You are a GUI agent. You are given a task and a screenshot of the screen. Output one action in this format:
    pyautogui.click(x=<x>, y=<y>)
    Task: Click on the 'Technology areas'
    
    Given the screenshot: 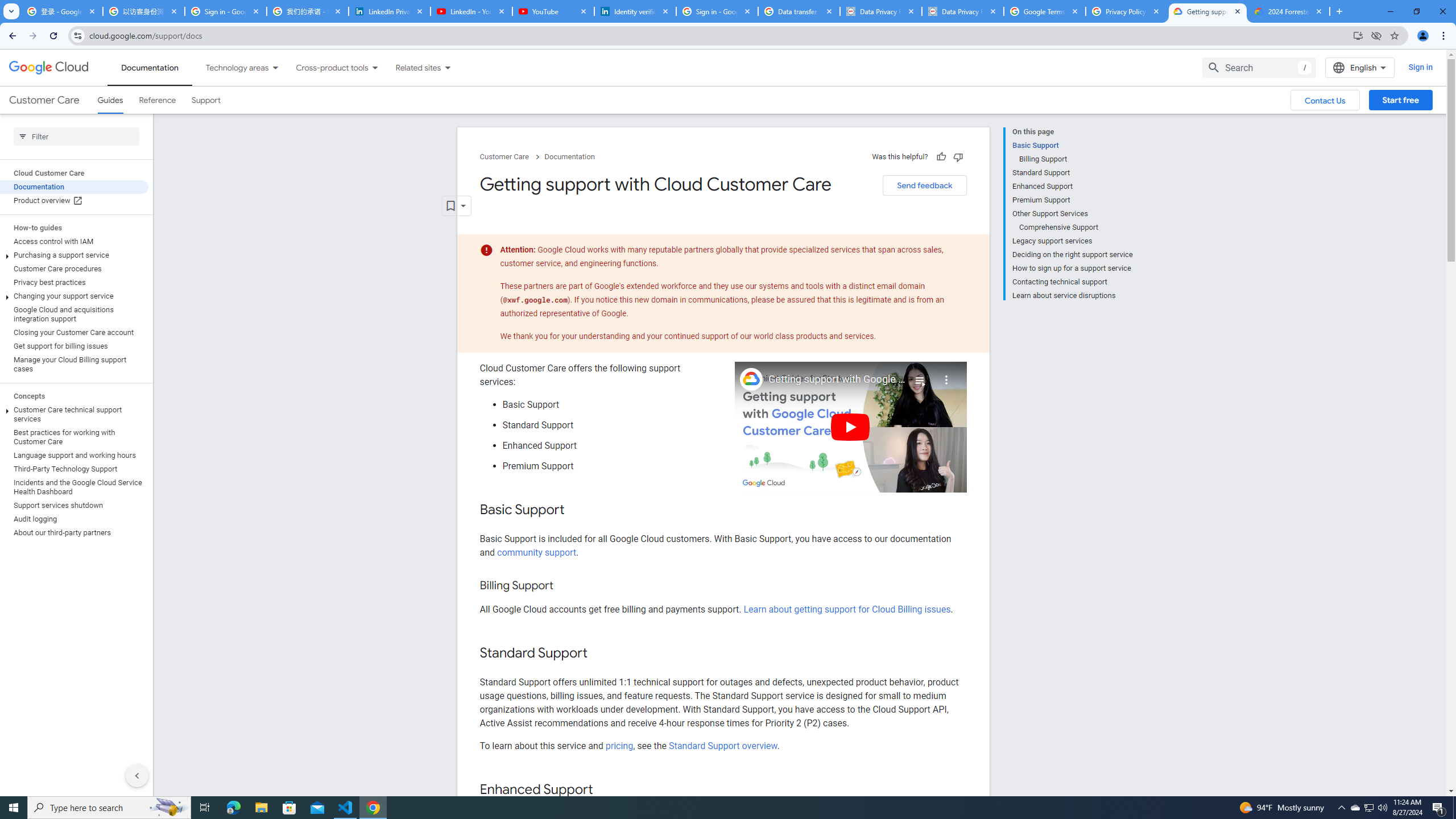 What is the action you would take?
    pyautogui.click(x=230, y=67)
    